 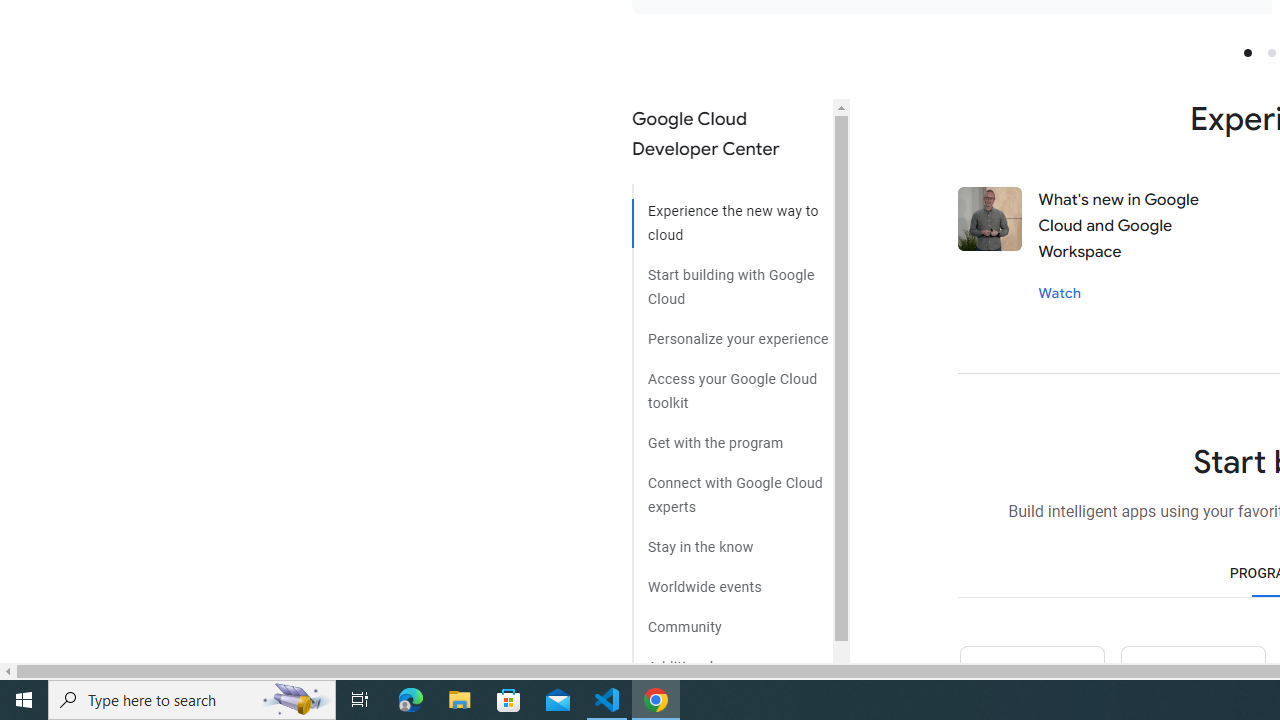 What do you see at coordinates (731, 579) in the screenshot?
I see `'Worldwide events'` at bounding box center [731, 579].